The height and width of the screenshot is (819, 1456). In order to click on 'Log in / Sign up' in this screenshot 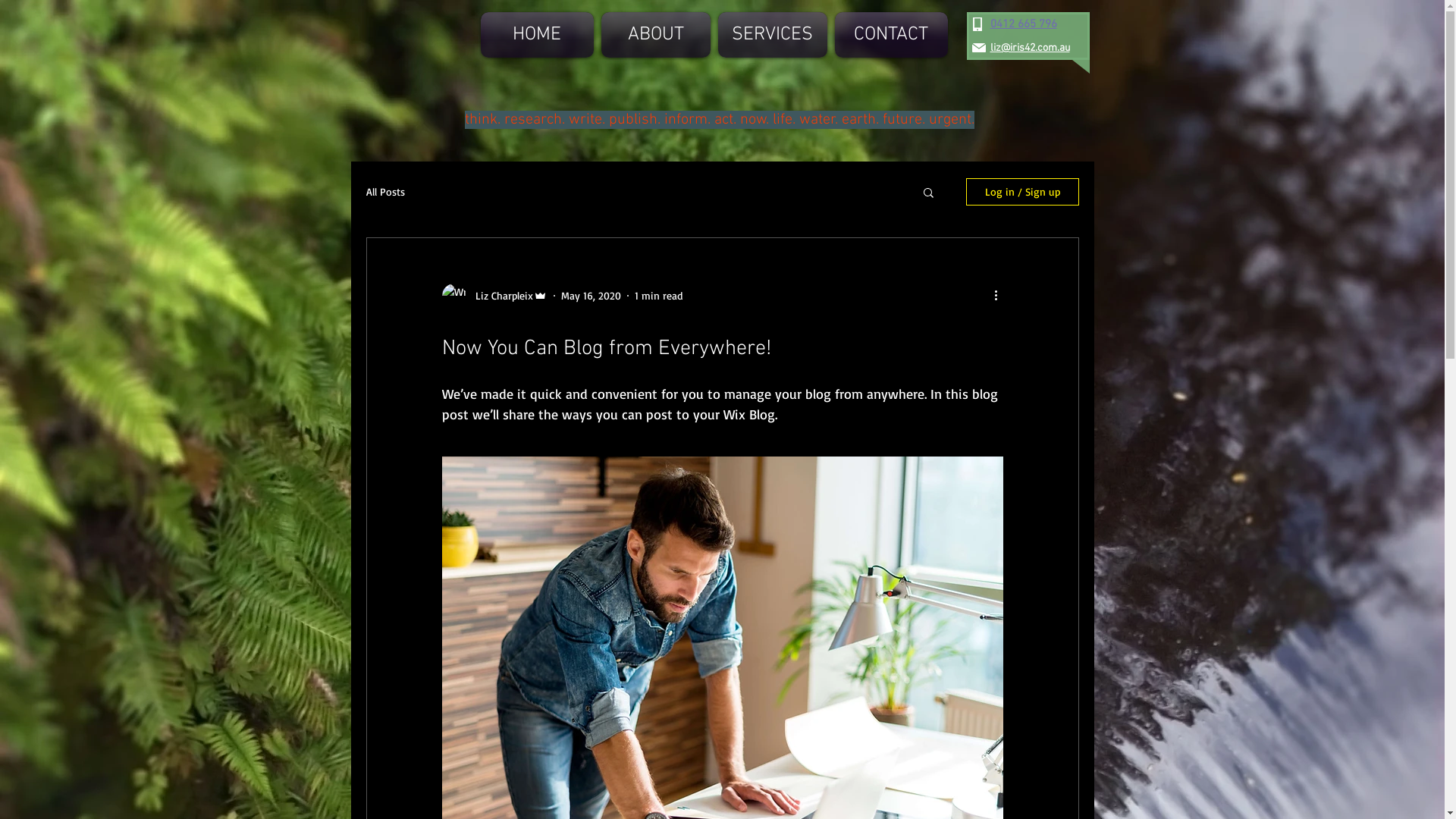, I will do `click(965, 191)`.